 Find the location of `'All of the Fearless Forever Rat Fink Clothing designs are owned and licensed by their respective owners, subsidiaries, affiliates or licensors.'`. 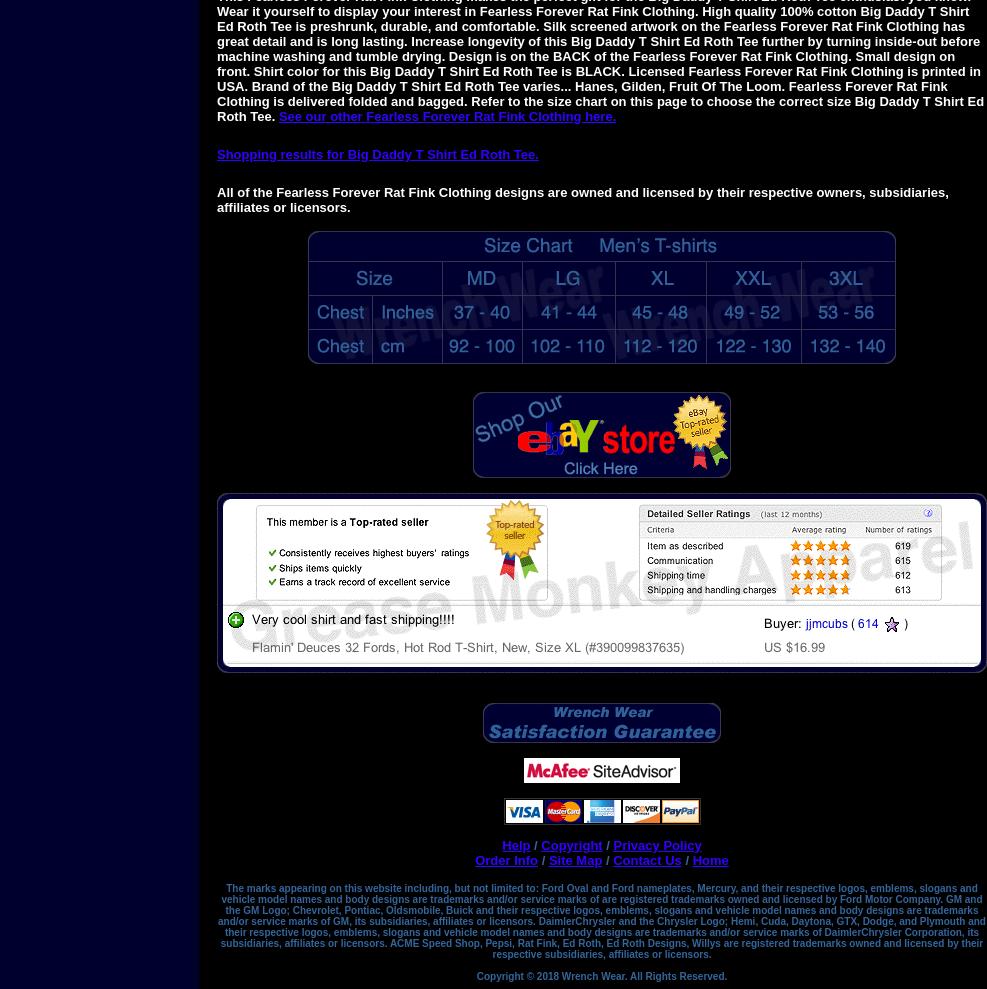

'All of the Fearless Forever Rat Fink Clothing designs are owned and licensed by their respective owners, subsidiaries, affiliates or licensors.' is located at coordinates (581, 198).